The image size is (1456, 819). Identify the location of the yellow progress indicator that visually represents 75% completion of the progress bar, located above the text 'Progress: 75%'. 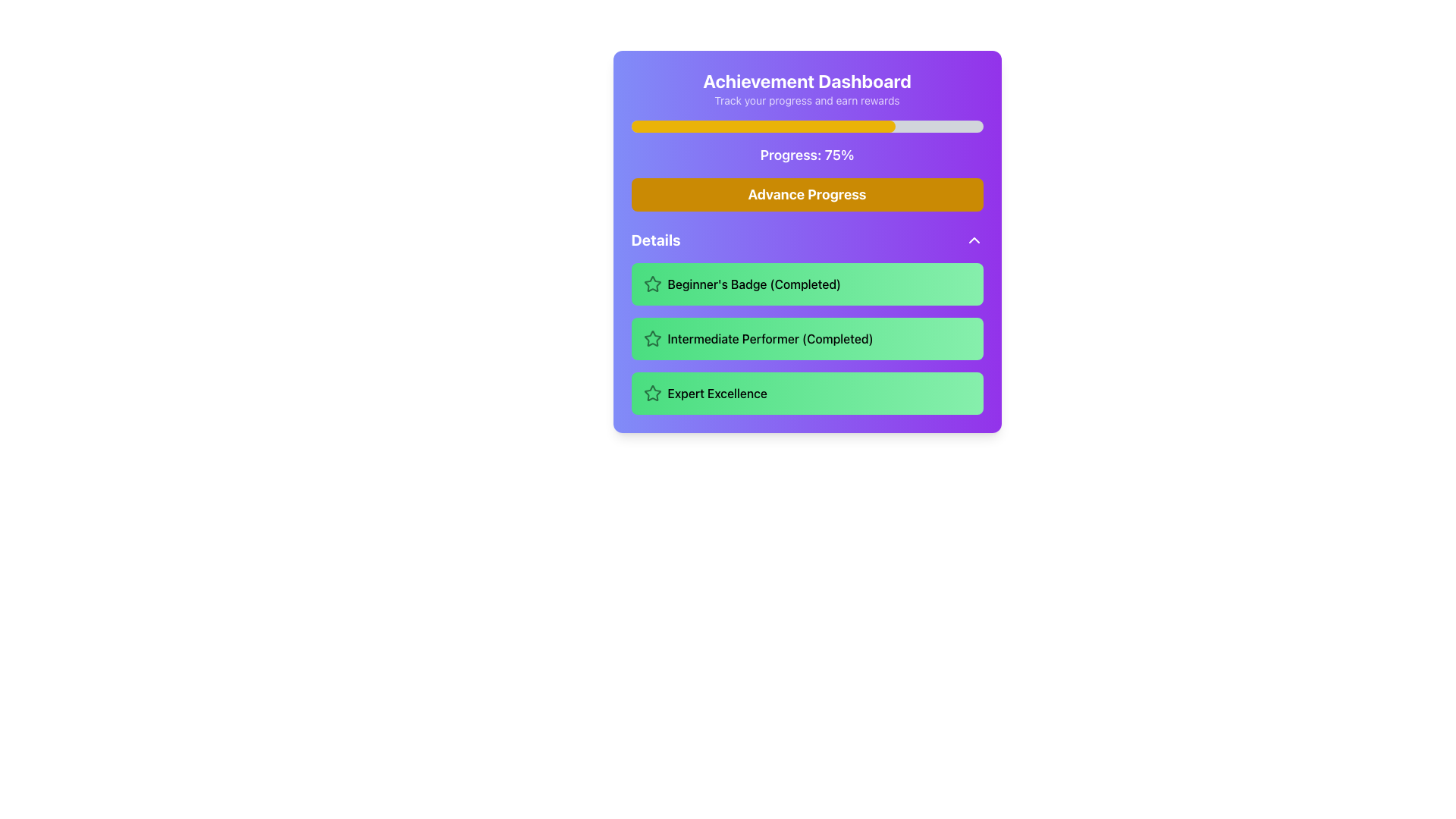
(763, 125).